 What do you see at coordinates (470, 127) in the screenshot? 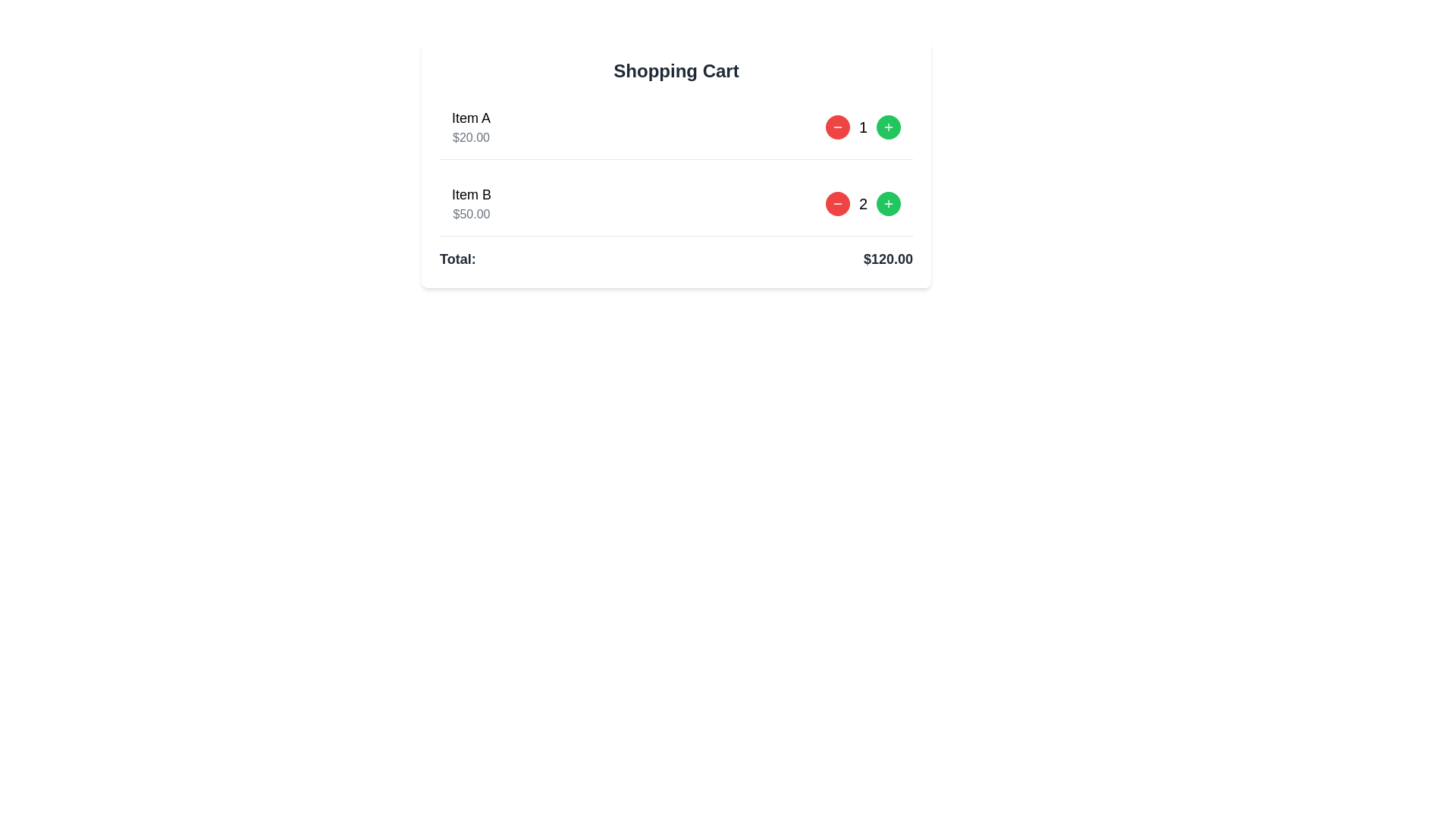
I see `text from the display label showing the item's name and price in the shopping cart, located in the upper-left section of the first item in the shopping list` at bounding box center [470, 127].